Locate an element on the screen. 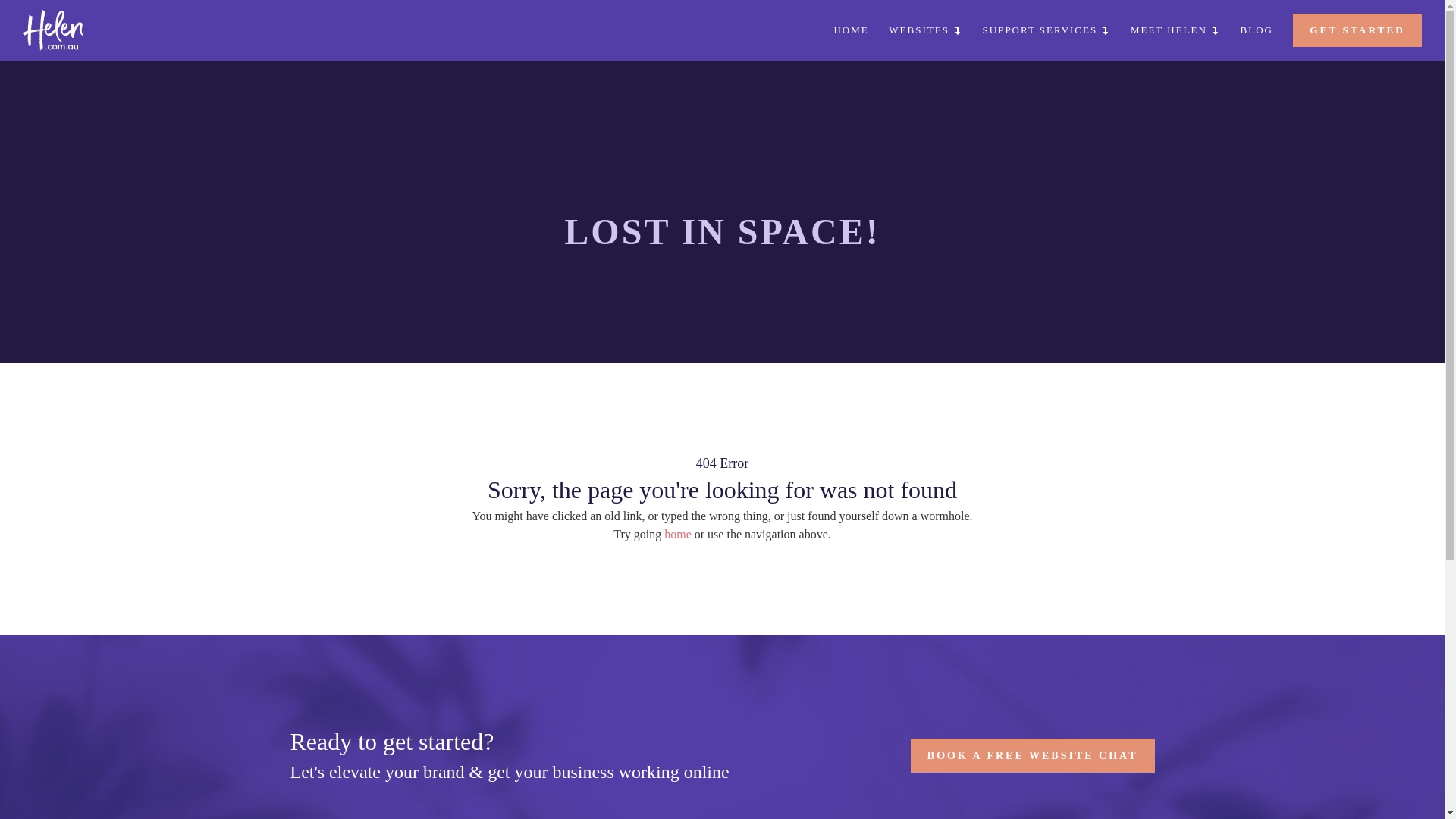  'MEET HELEN' is located at coordinates (1181, 30).